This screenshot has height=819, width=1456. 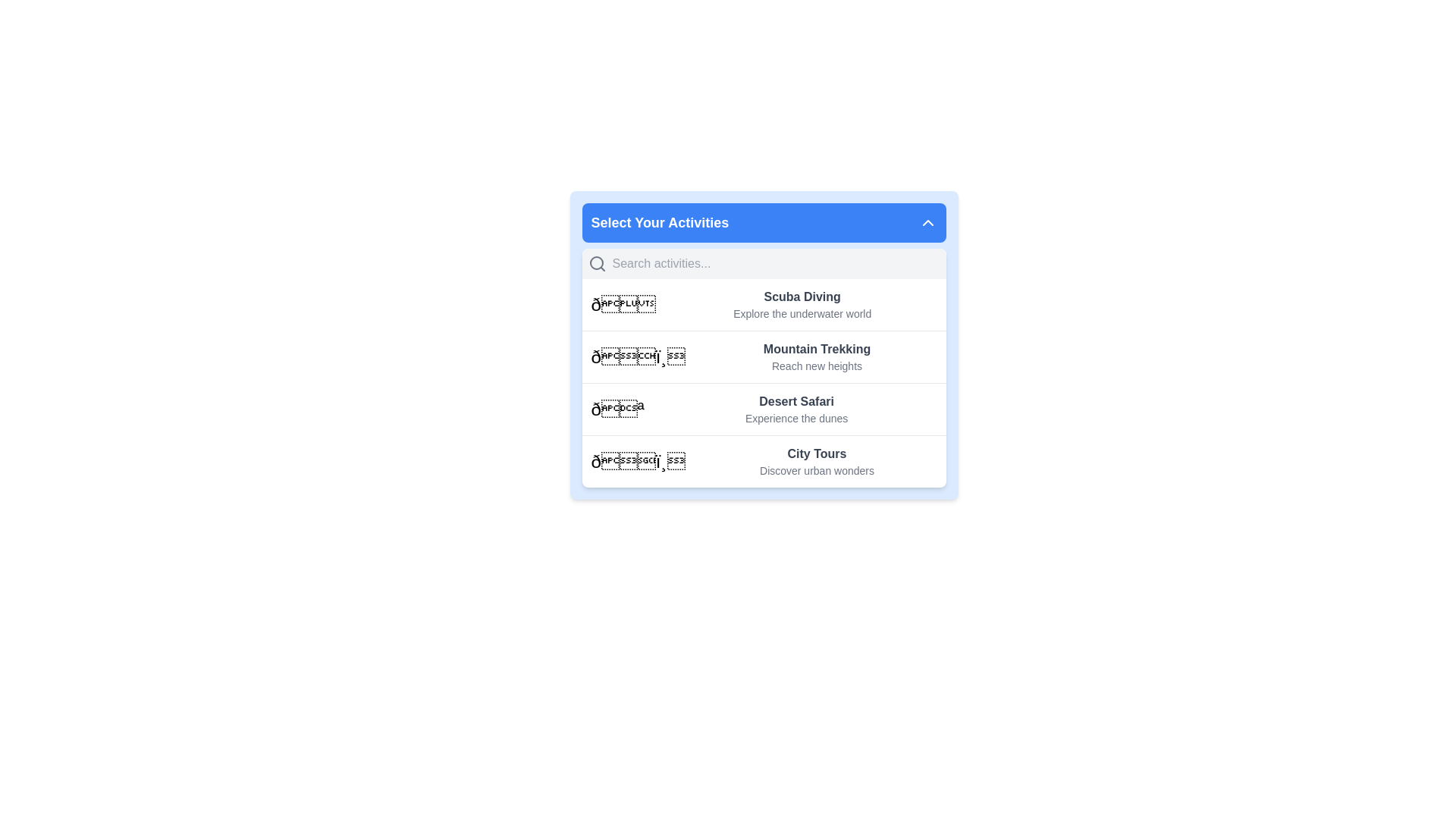 I want to click on the fourth list item in the city tours selection list, so click(x=764, y=460).